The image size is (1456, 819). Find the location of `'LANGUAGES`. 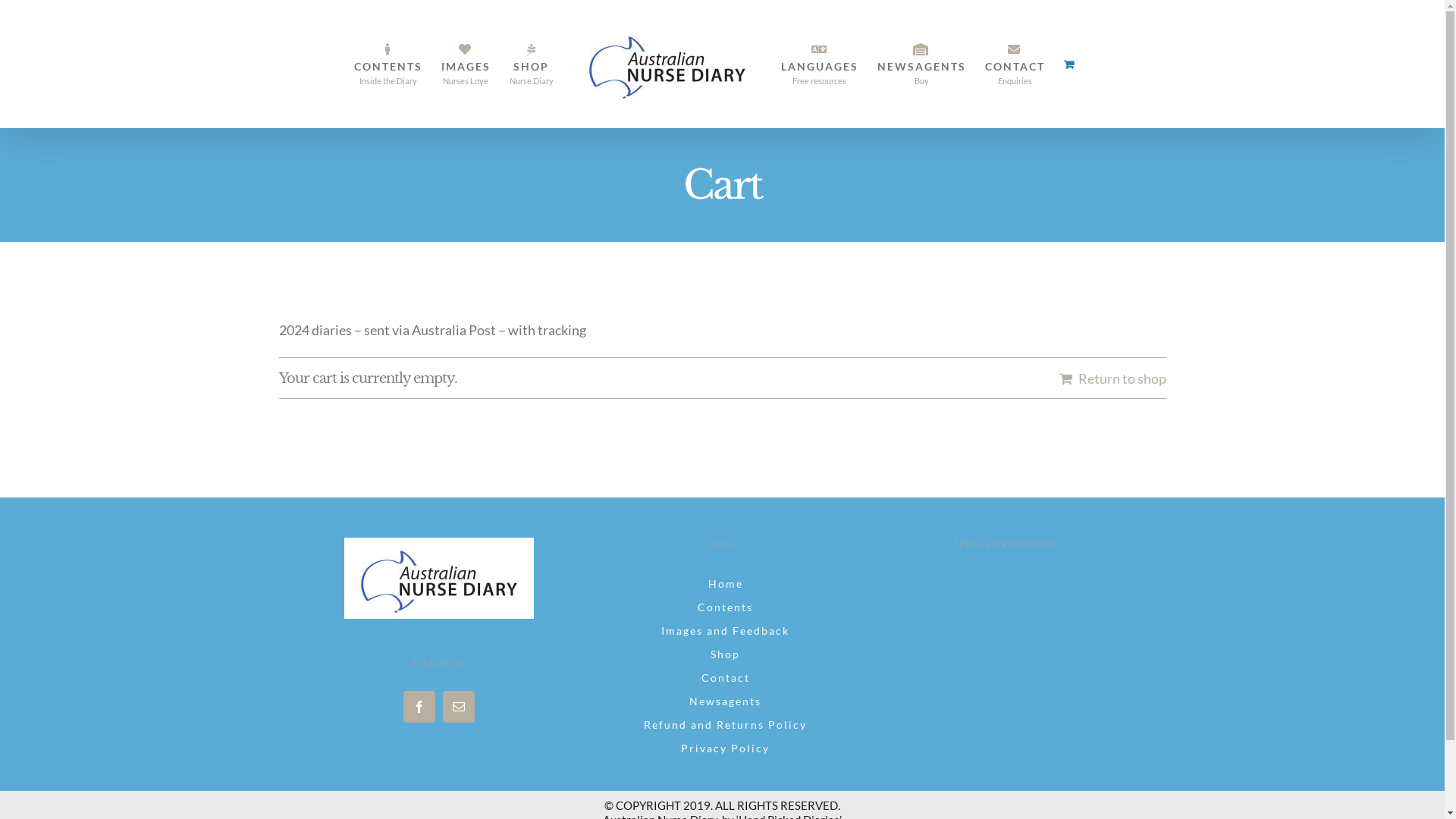

'LANGUAGES is located at coordinates (781, 63).